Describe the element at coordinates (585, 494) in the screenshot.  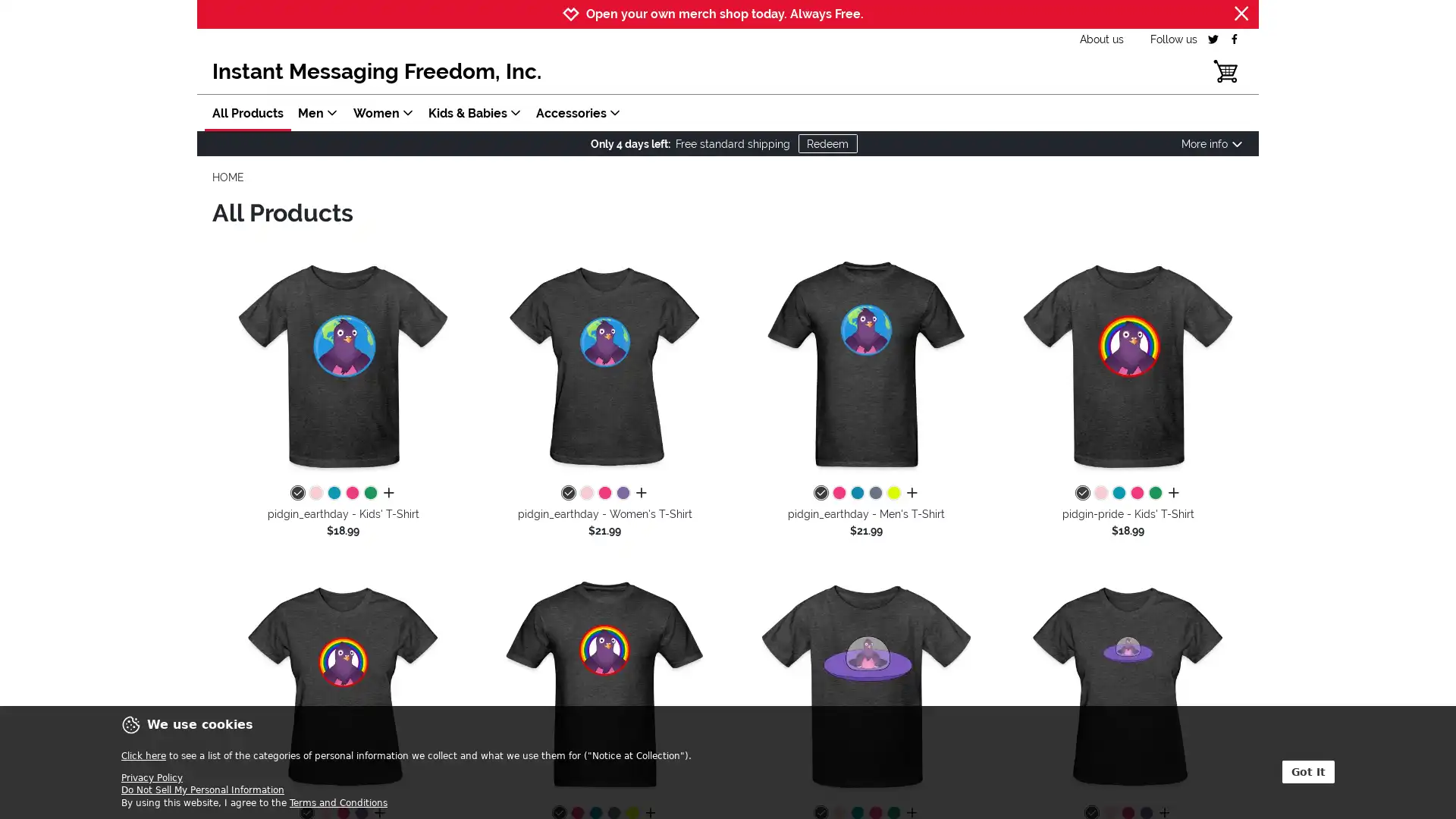
I see `pink` at that location.